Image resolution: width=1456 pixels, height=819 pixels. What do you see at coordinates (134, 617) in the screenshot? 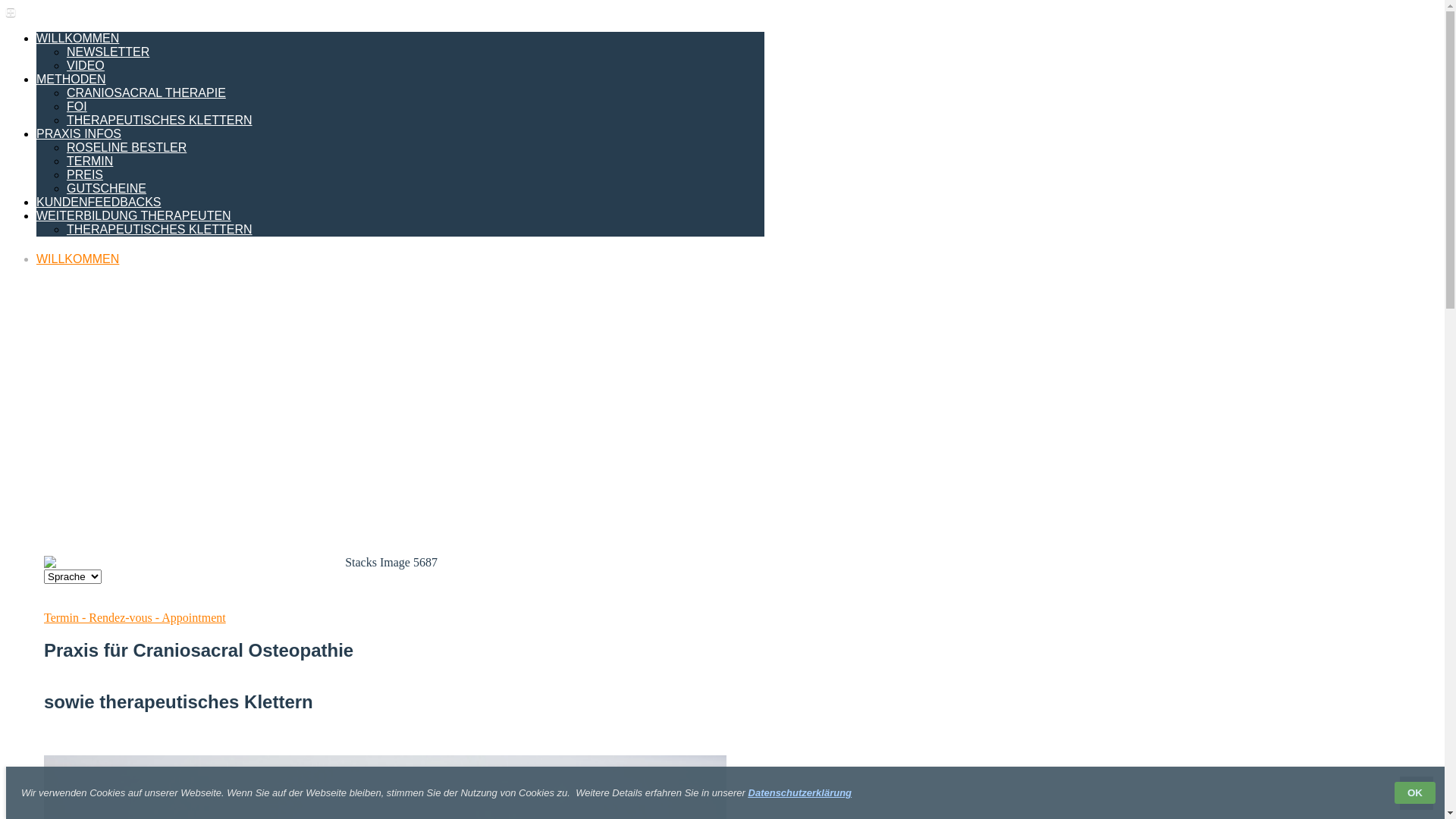
I see `'Termin - Rendez-vous - Appointment'` at bounding box center [134, 617].